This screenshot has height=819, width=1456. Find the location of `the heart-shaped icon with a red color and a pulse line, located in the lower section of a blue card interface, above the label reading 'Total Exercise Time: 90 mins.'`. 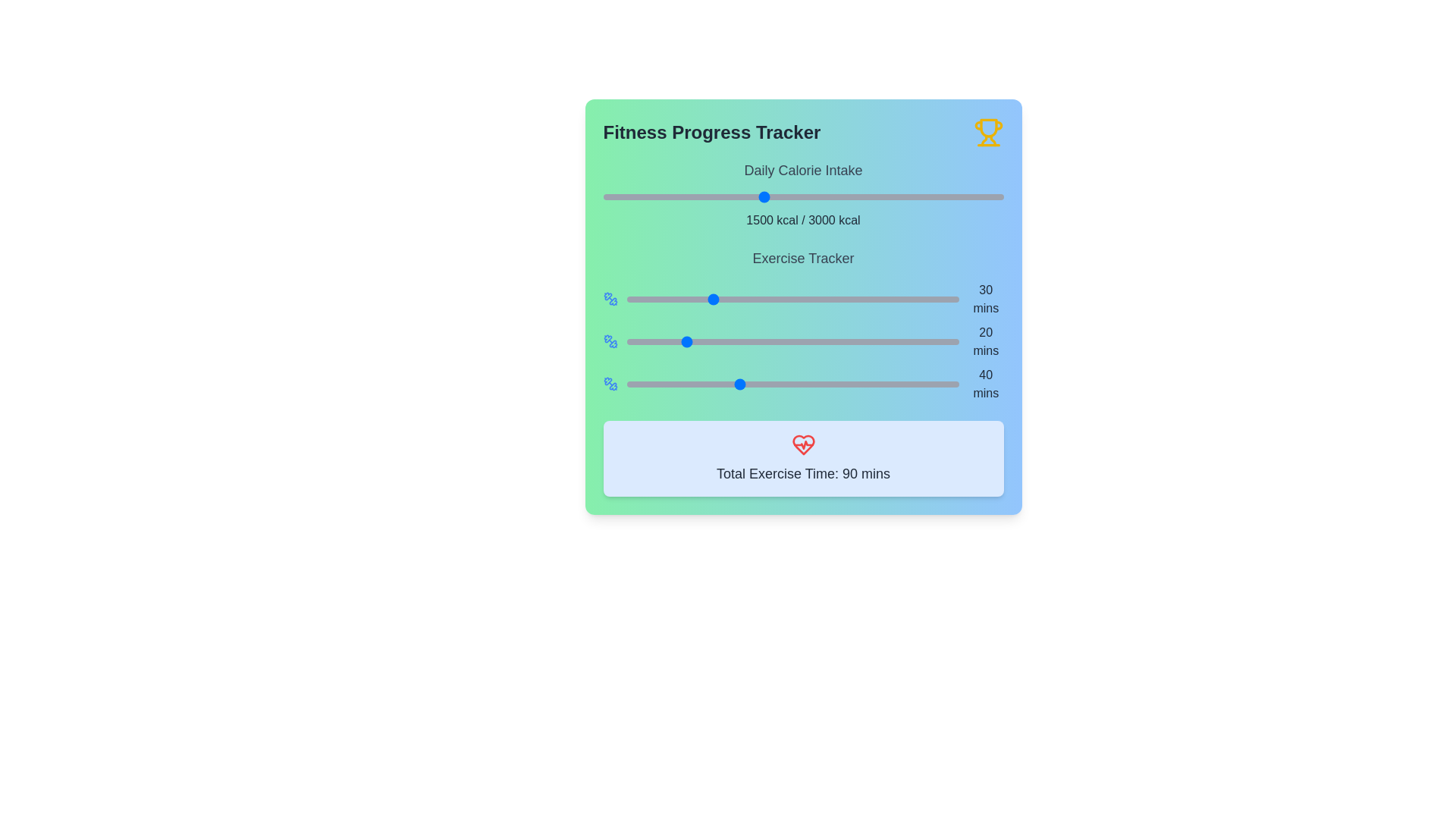

the heart-shaped icon with a red color and a pulse line, located in the lower section of a blue card interface, above the label reading 'Total Exercise Time: 90 mins.' is located at coordinates (802, 444).